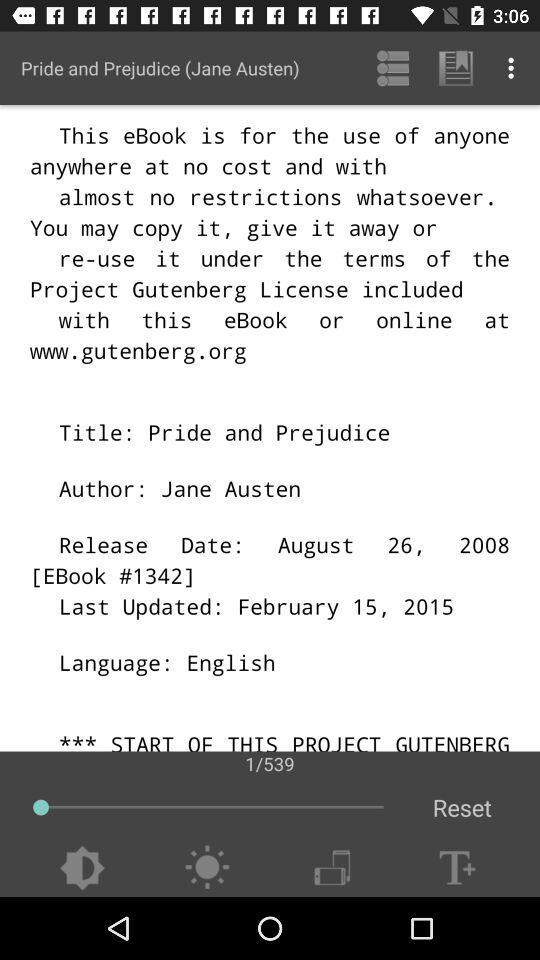  I want to click on change brightness, so click(81, 867).